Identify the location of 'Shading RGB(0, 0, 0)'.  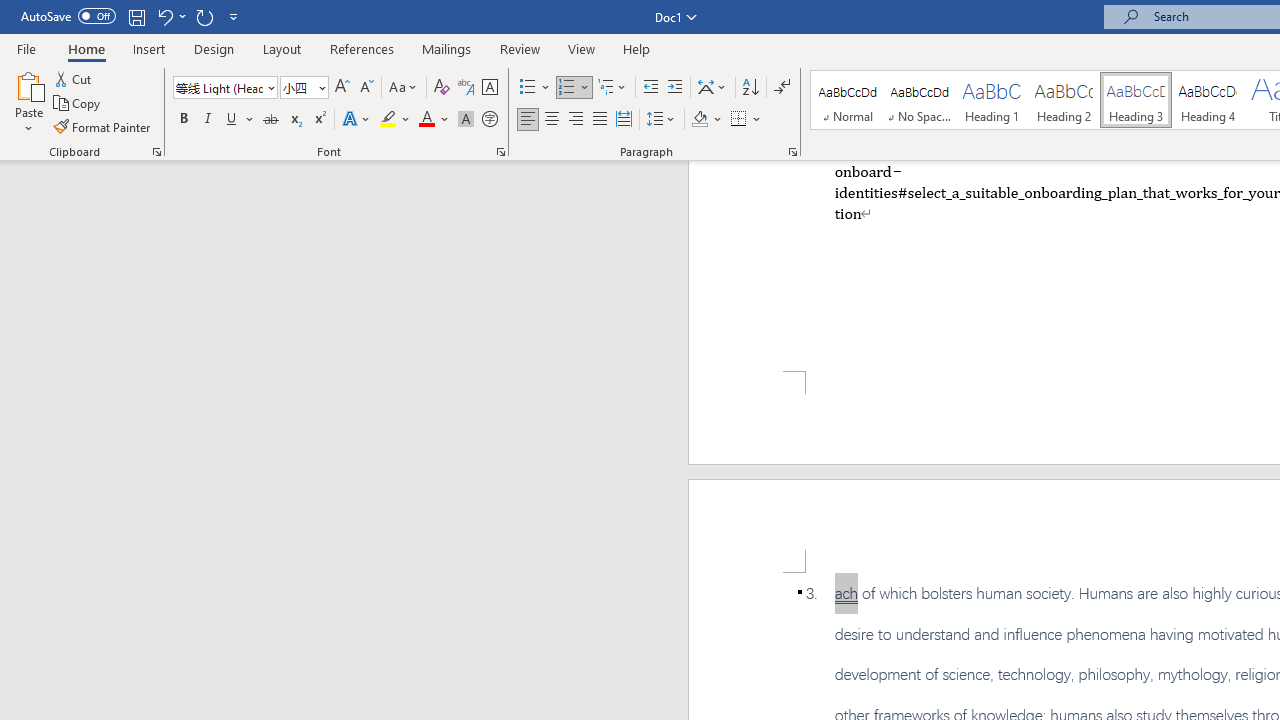
(699, 119).